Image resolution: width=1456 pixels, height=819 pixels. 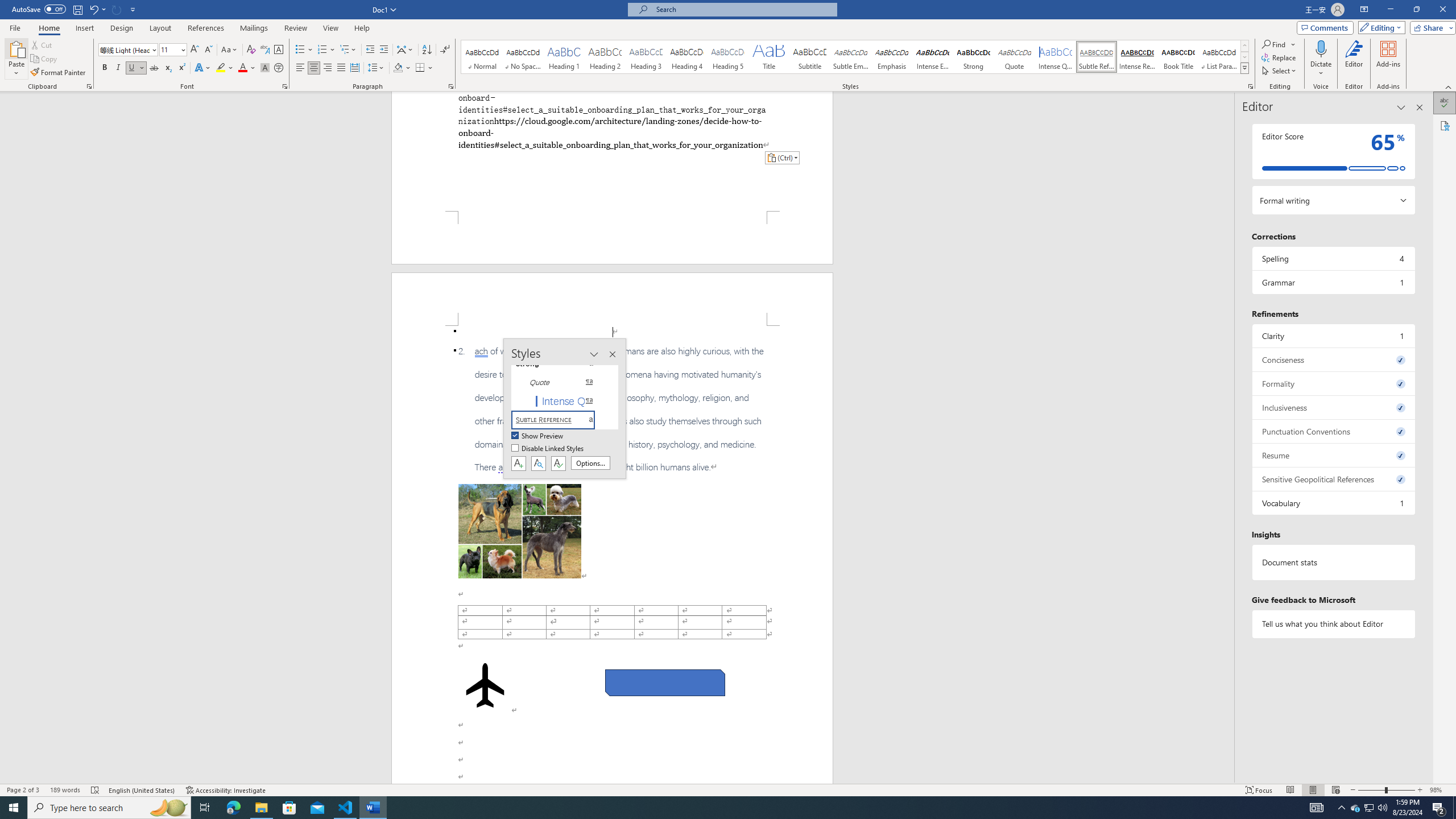 I want to click on 'Page 2 content', so click(x=612, y=554).